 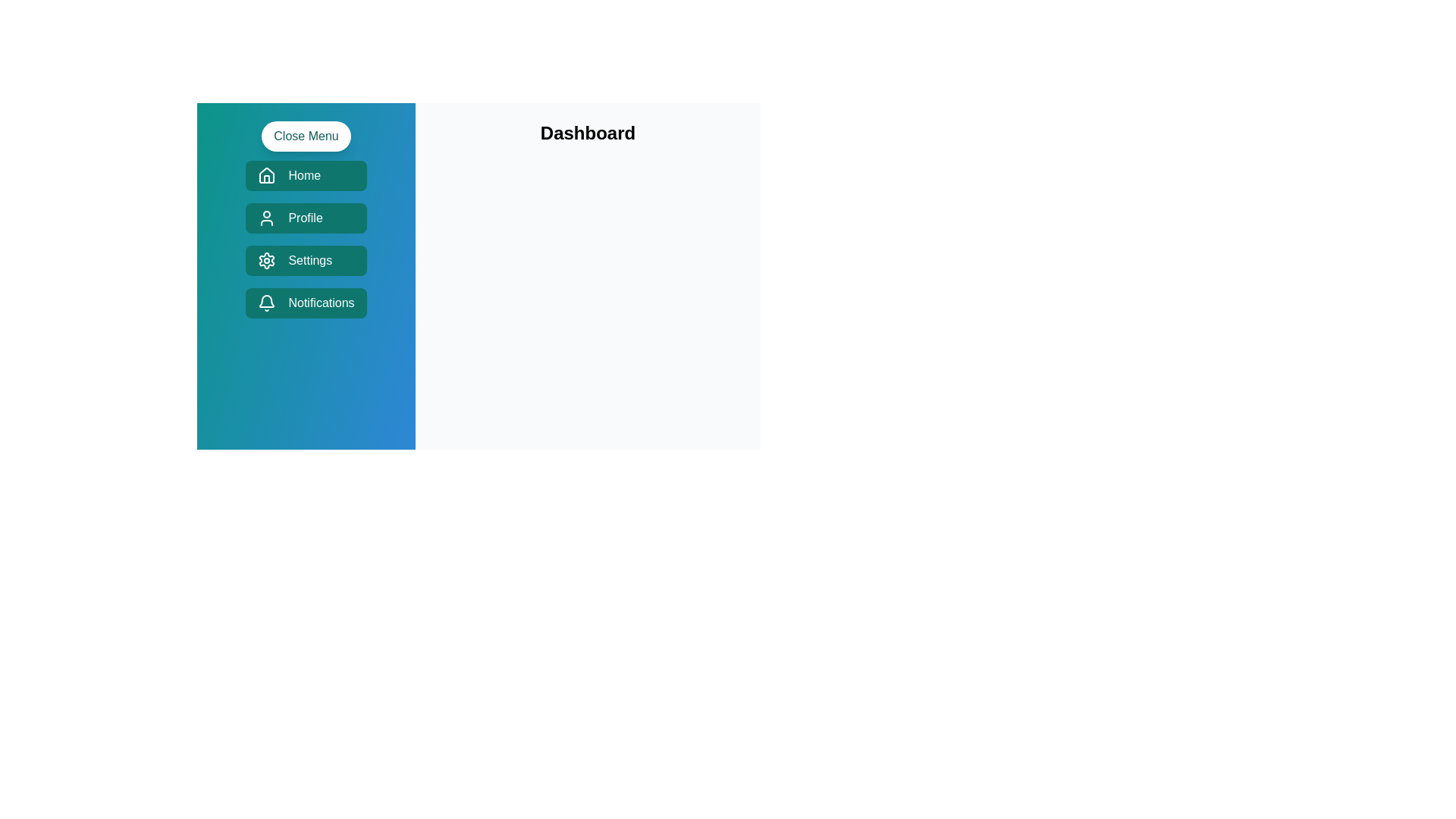 I want to click on the 'Notifications' text label on the left sidebar, which is part of a button group styled with rounded corners, indicating it may be draggable, so click(x=320, y=303).